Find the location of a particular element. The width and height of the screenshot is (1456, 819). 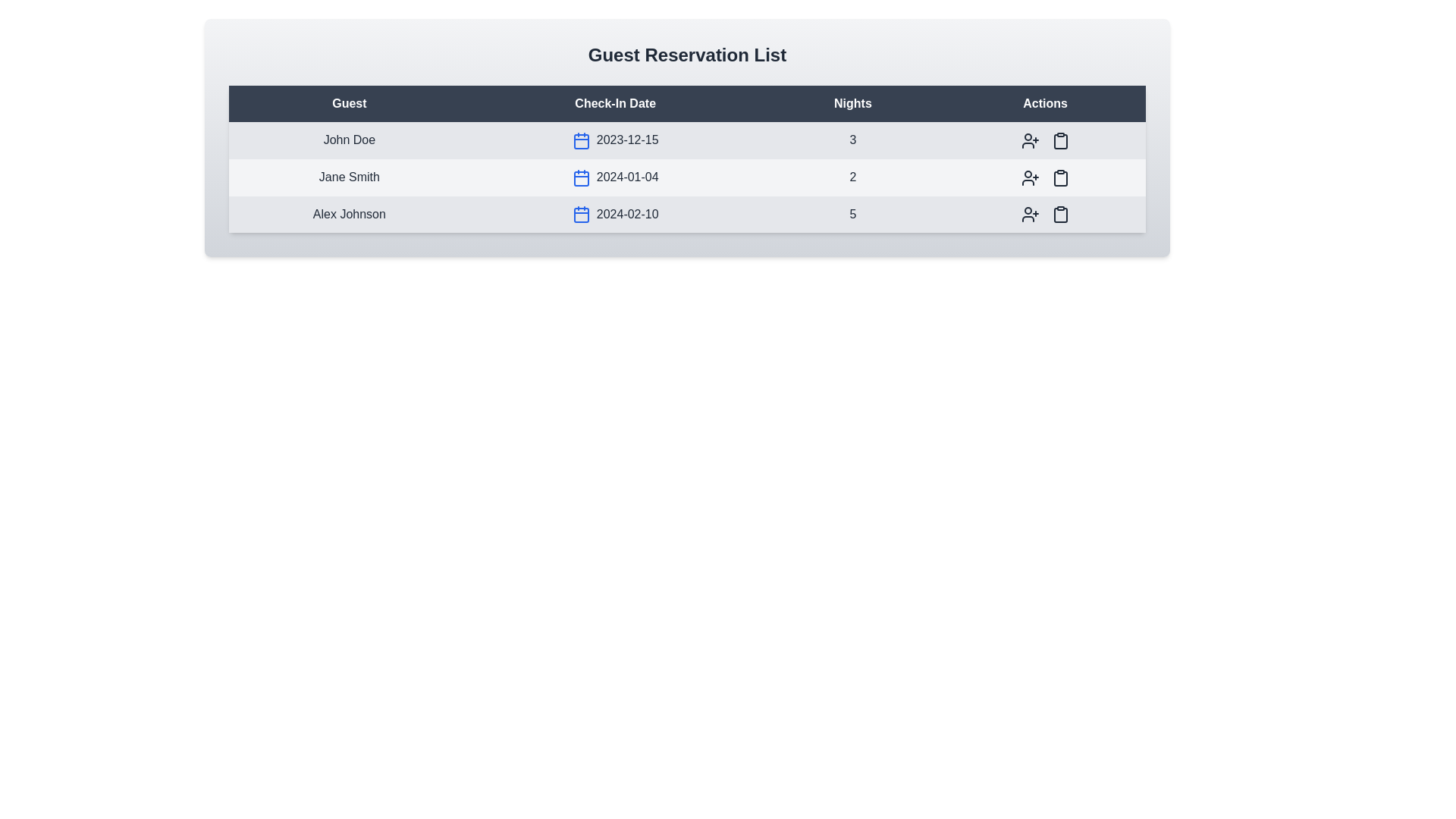

the text label displaying 'Alex Johnson' which is located in the third row of the table under the 'Guest' column is located at coordinates (348, 214).